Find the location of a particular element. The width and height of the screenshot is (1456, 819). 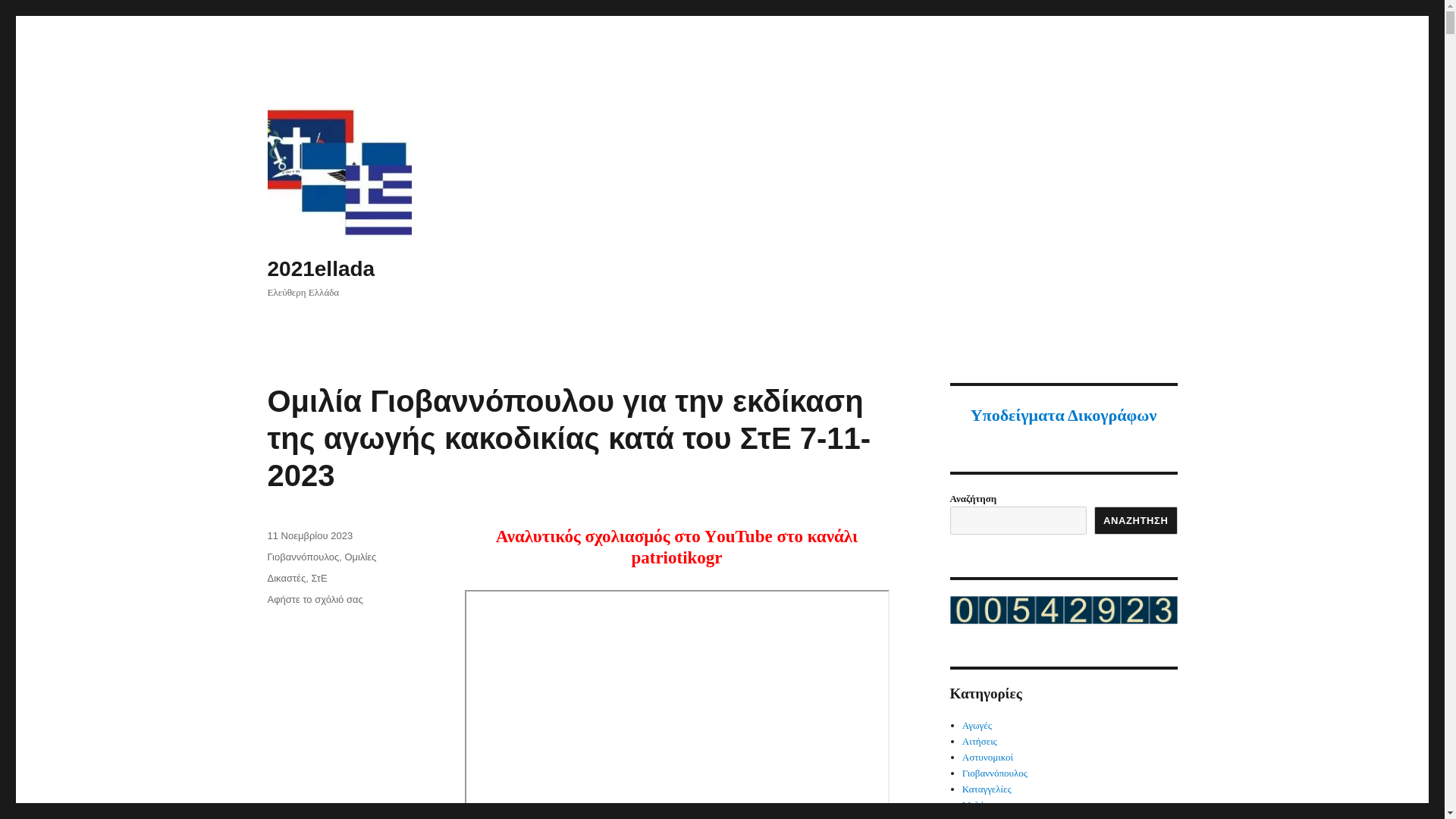

'2021ellada' is located at coordinates (266, 268).